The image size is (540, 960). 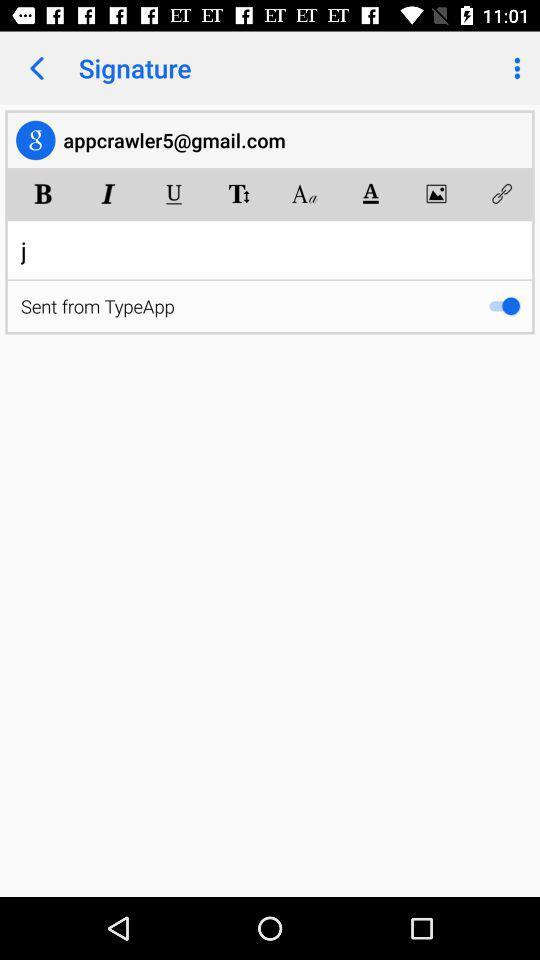 What do you see at coordinates (173, 194) in the screenshot?
I see `the app below the appcrawler5@gmail.com item` at bounding box center [173, 194].